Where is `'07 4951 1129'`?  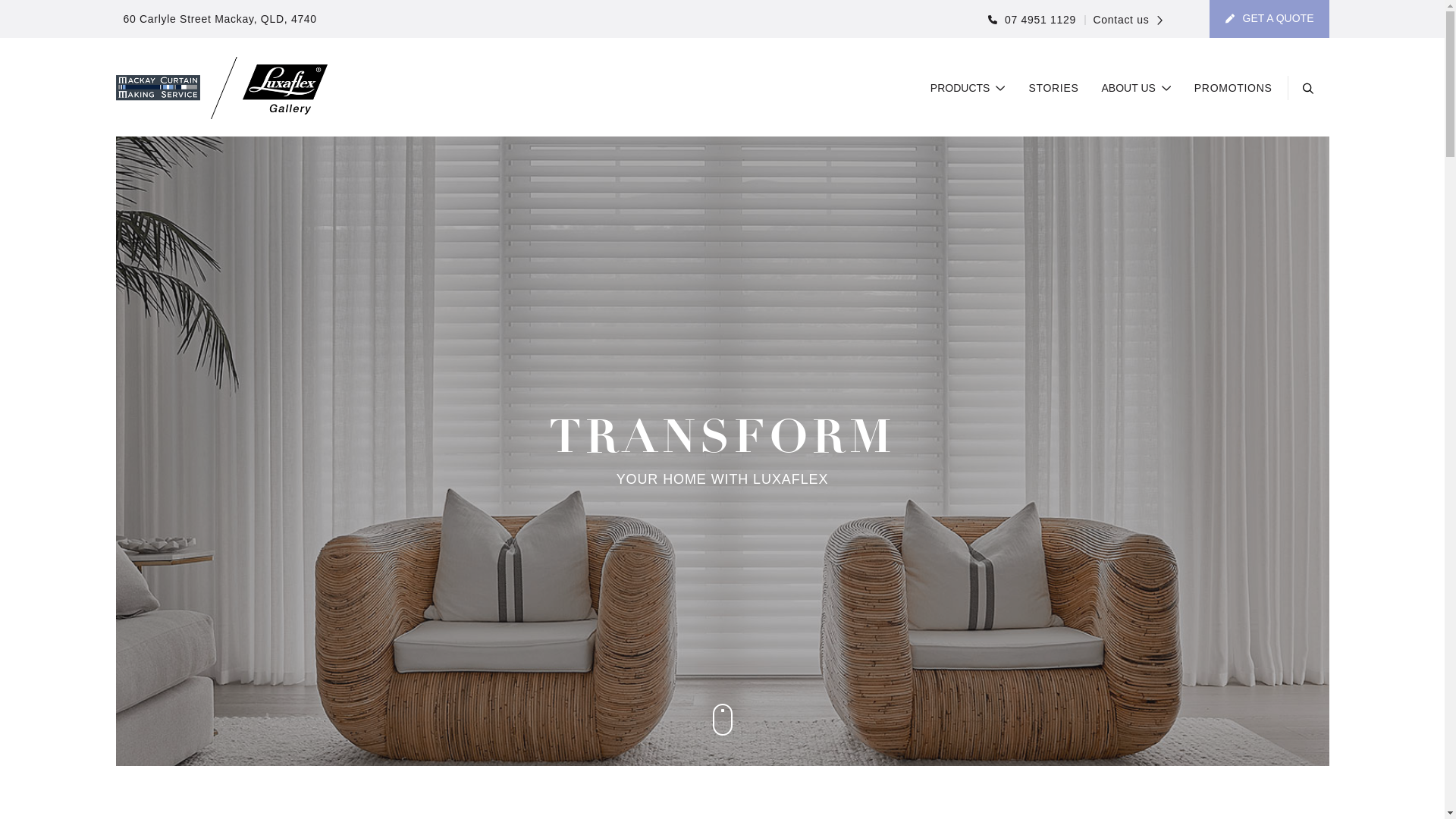
'07 4951 1129' is located at coordinates (1031, 20).